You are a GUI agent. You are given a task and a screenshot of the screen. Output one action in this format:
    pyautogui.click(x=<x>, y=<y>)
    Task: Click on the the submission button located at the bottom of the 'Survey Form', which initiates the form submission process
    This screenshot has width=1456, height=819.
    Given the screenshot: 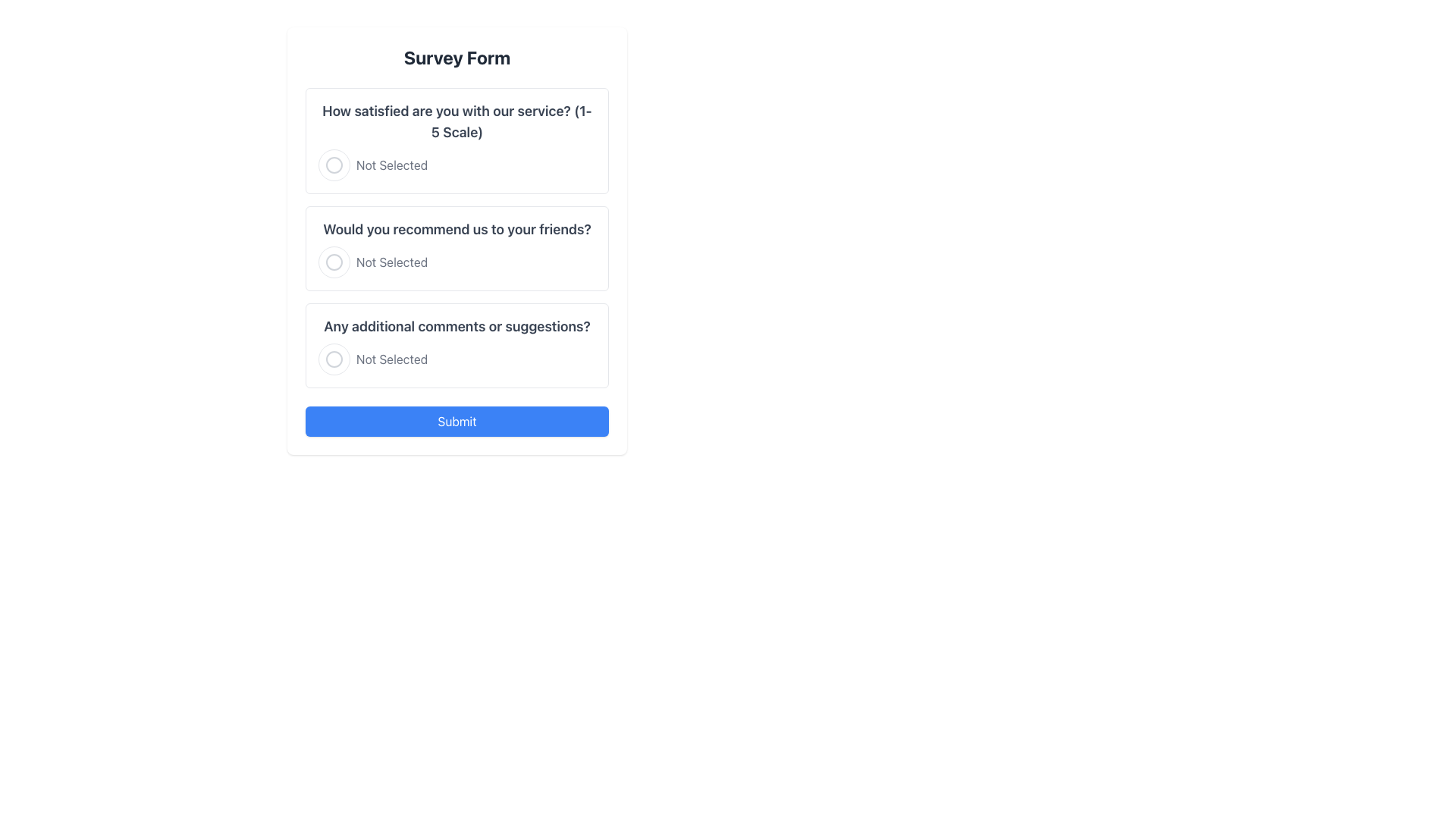 What is the action you would take?
    pyautogui.click(x=457, y=421)
    